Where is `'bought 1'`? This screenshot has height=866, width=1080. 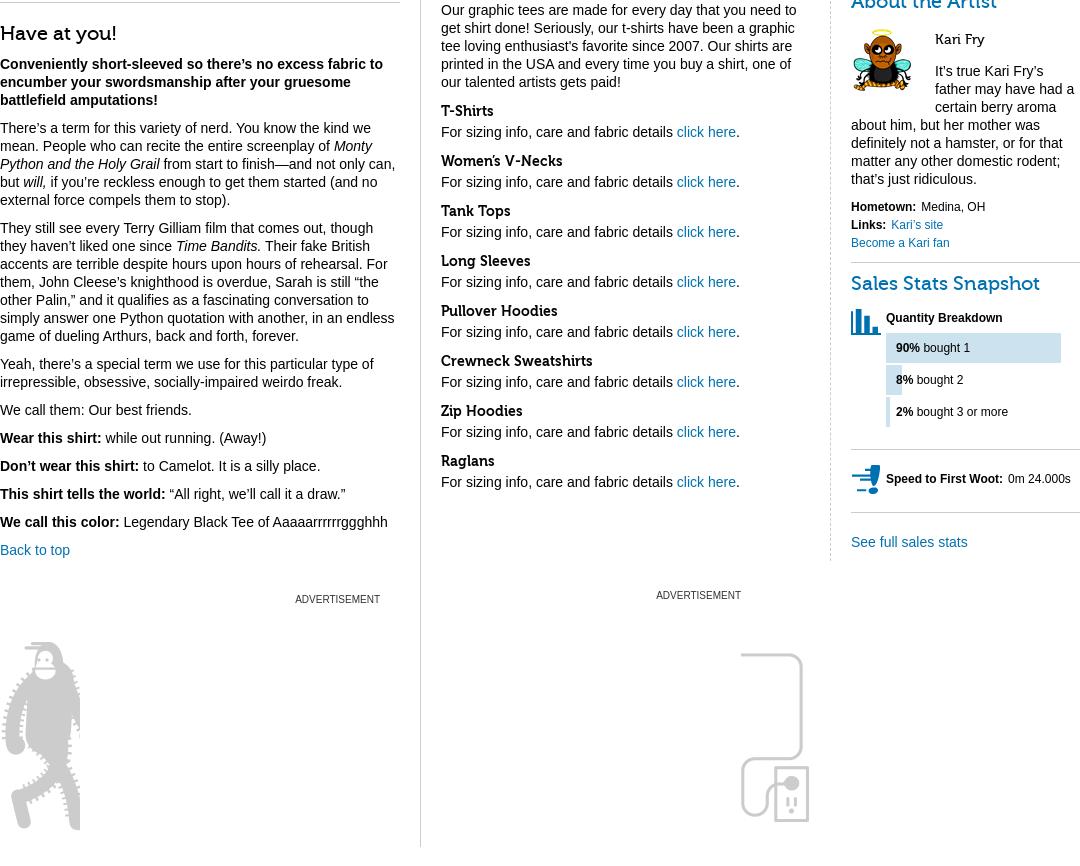
'bought 1' is located at coordinates (945, 346).